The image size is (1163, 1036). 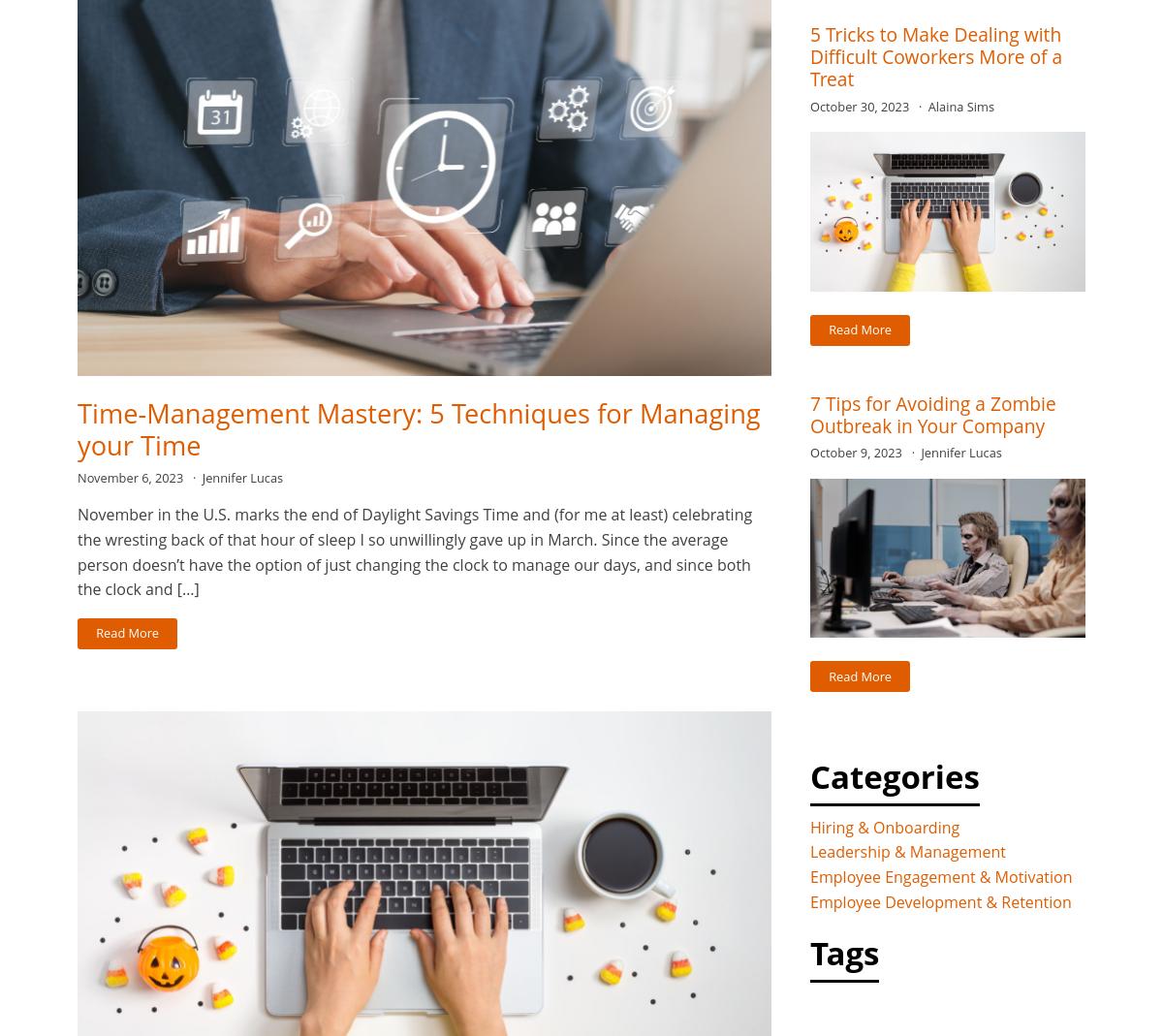 What do you see at coordinates (809, 413) in the screenshot?
I see `'7 Tips for Avoiding a Zombie Outbreak in Your Company'` at bounding box center [809, 413].